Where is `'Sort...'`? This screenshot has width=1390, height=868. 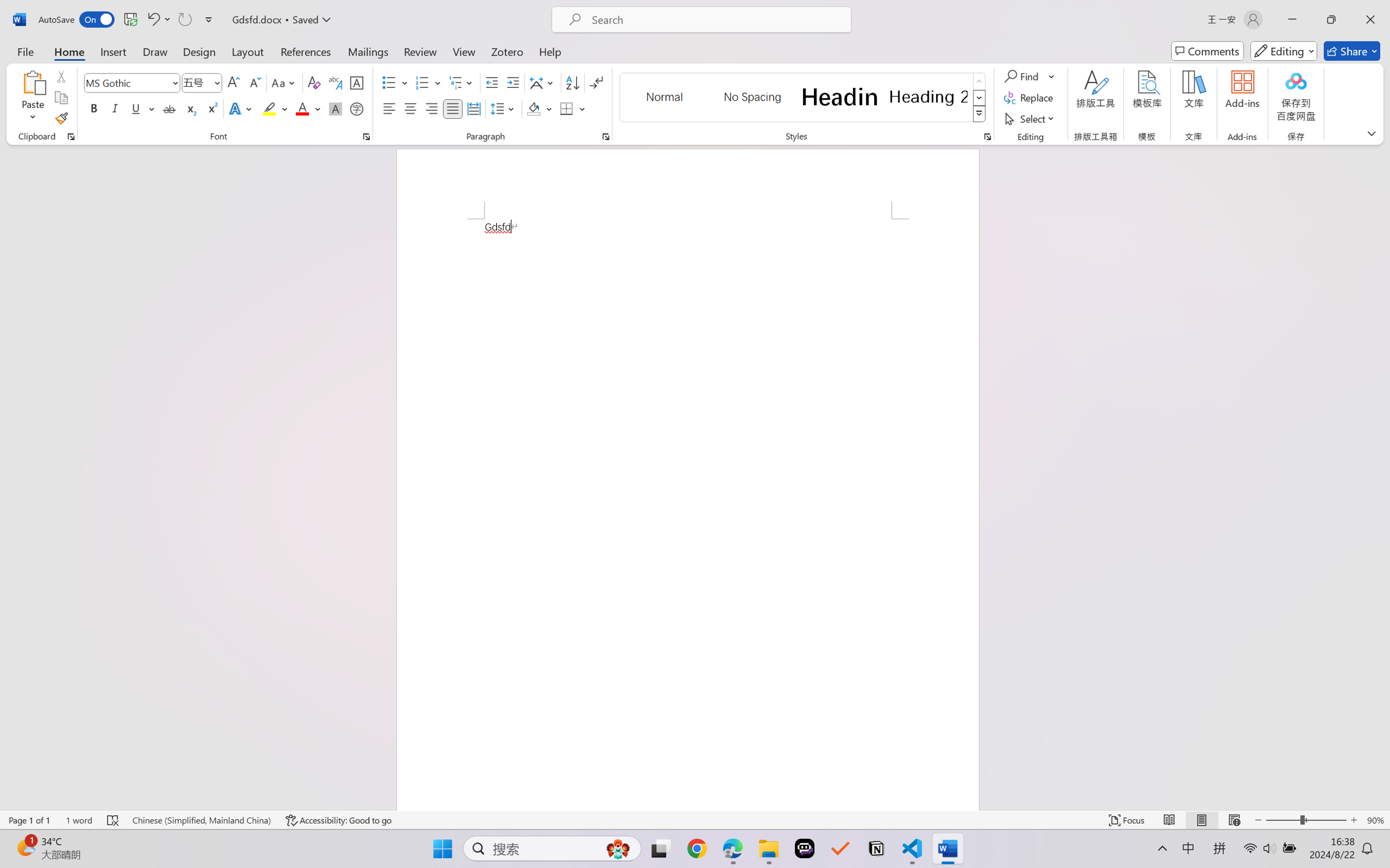 'Sort...' is located at coordinates (572, 83).